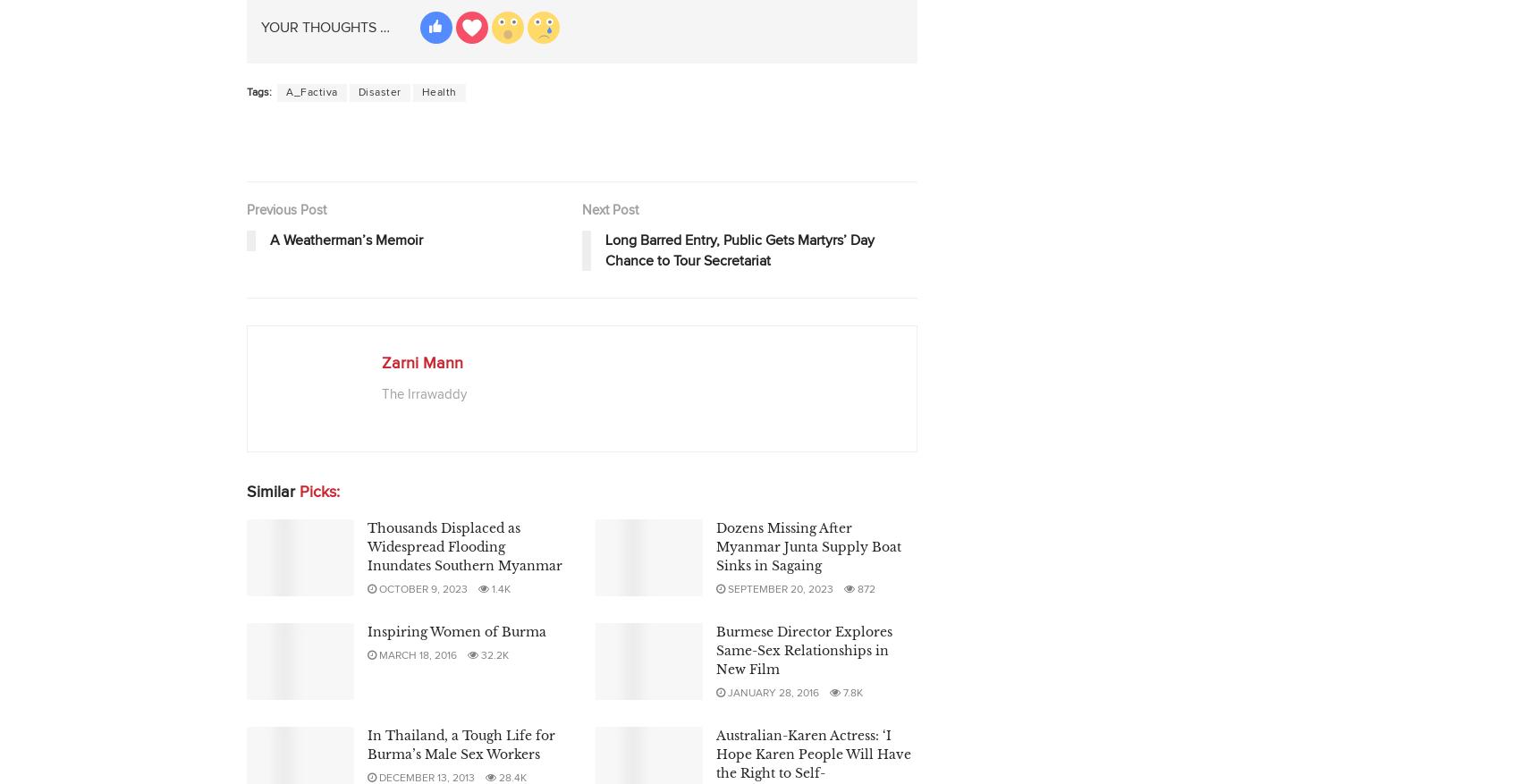 Image resolution: width=1513 pixels, height=784 pixels. I want to click on 'Previous Post', so click(285, 209).